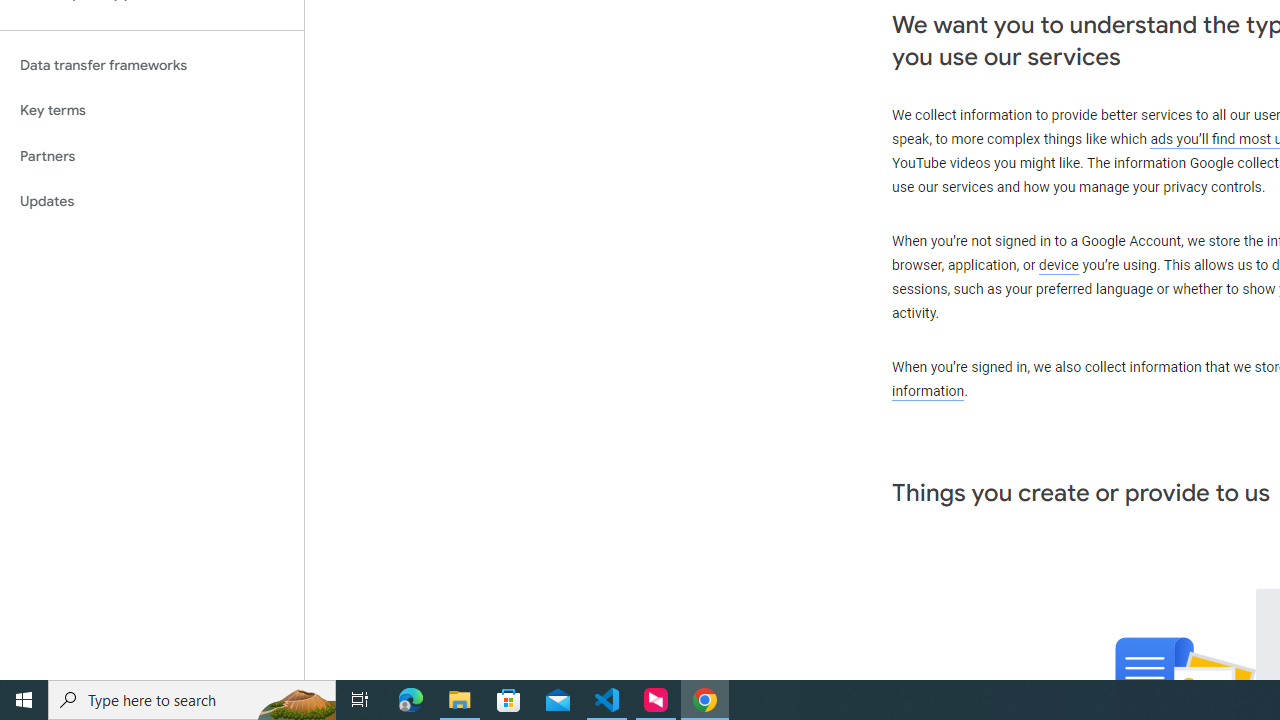 Image resolution: width=1280 pixels, height=720 pixels. Describe the element at coordinates (24, 698) in the screenshot. I see `'Start'` at that location.